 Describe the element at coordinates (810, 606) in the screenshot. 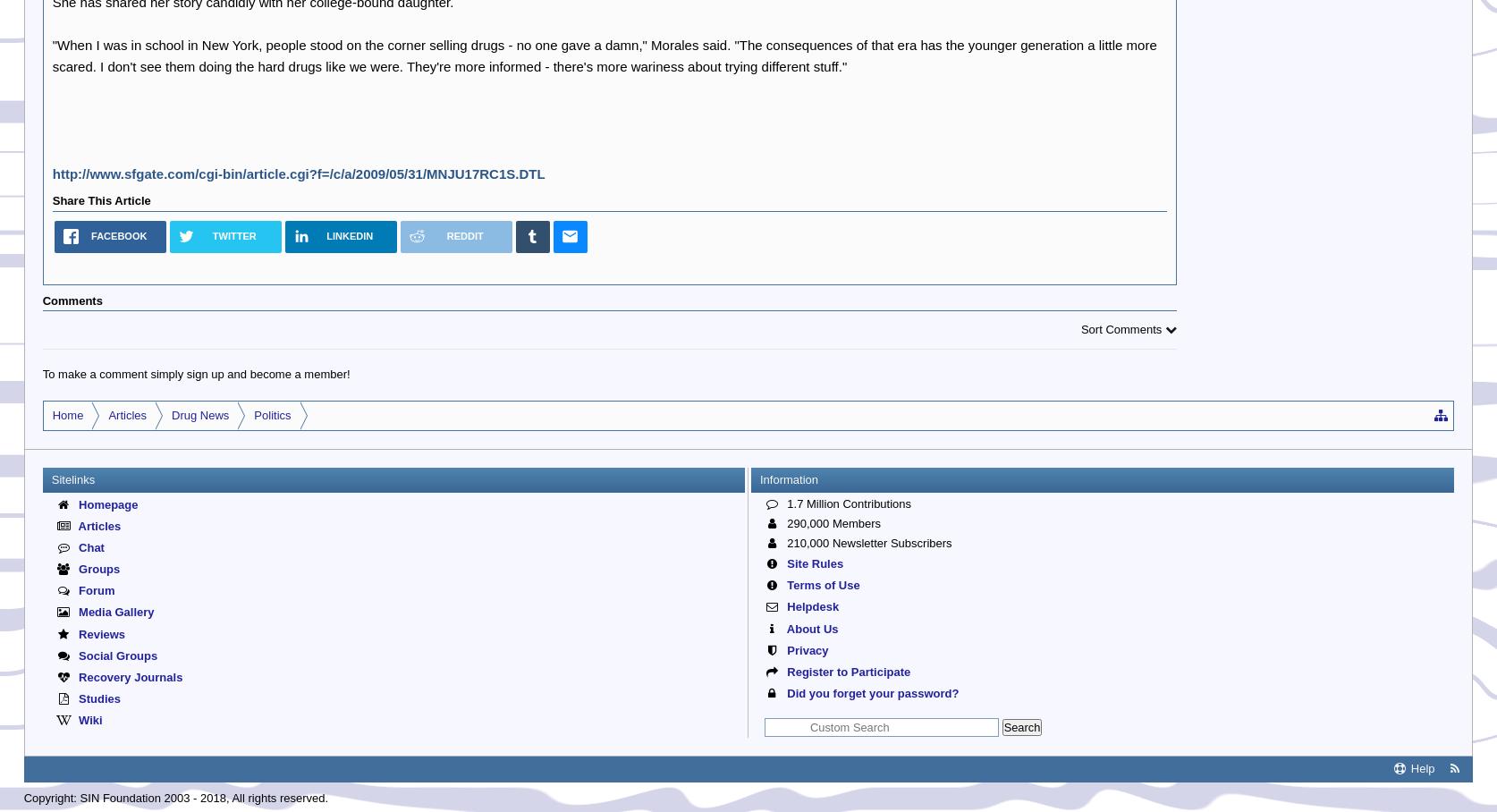

I see `'Helpdesk'` at that location.